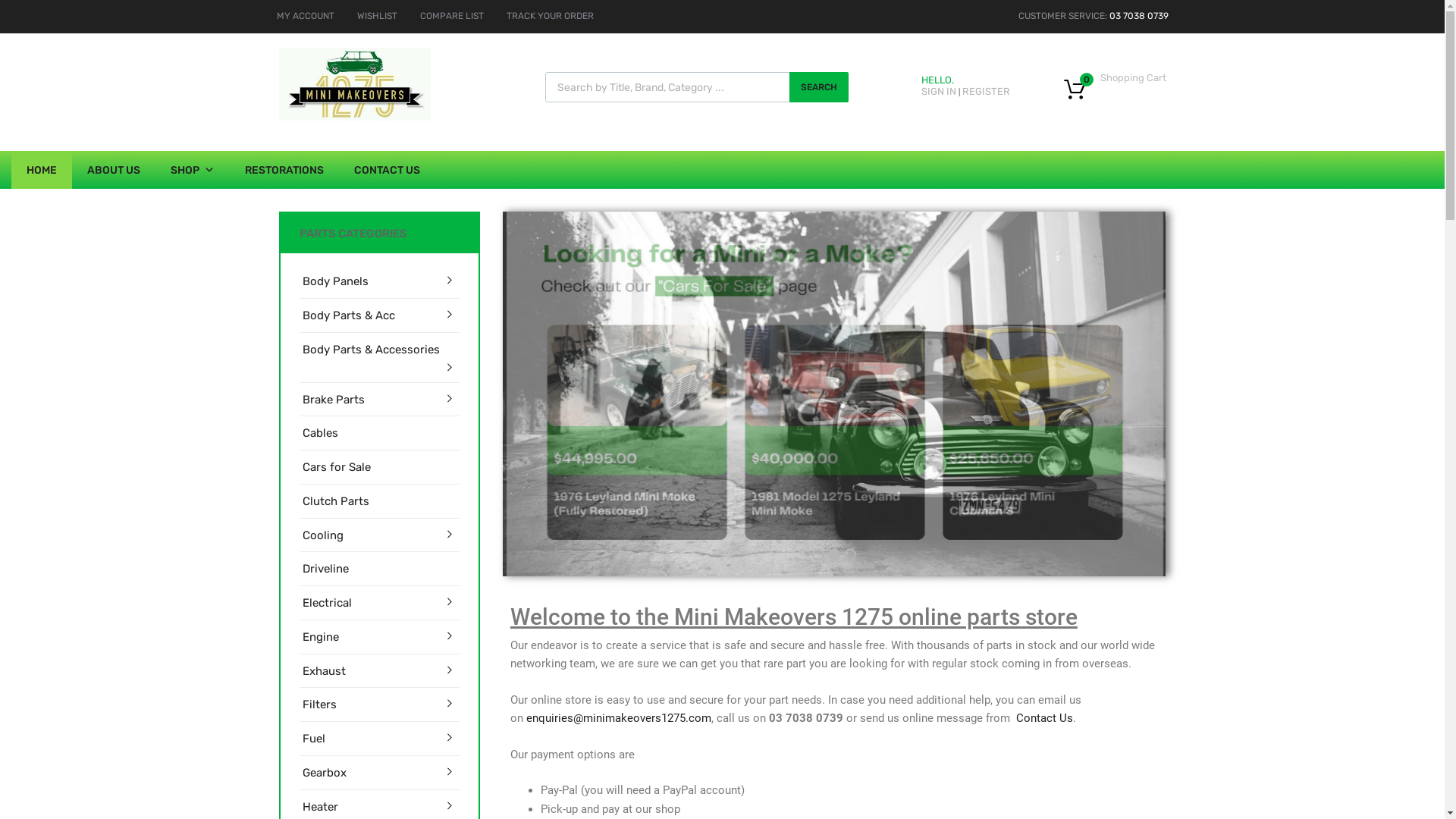  What do you see at coordinates (789, 87) in the screenshot?
I see `'SEARCH'` at bounding box center [789, 87].